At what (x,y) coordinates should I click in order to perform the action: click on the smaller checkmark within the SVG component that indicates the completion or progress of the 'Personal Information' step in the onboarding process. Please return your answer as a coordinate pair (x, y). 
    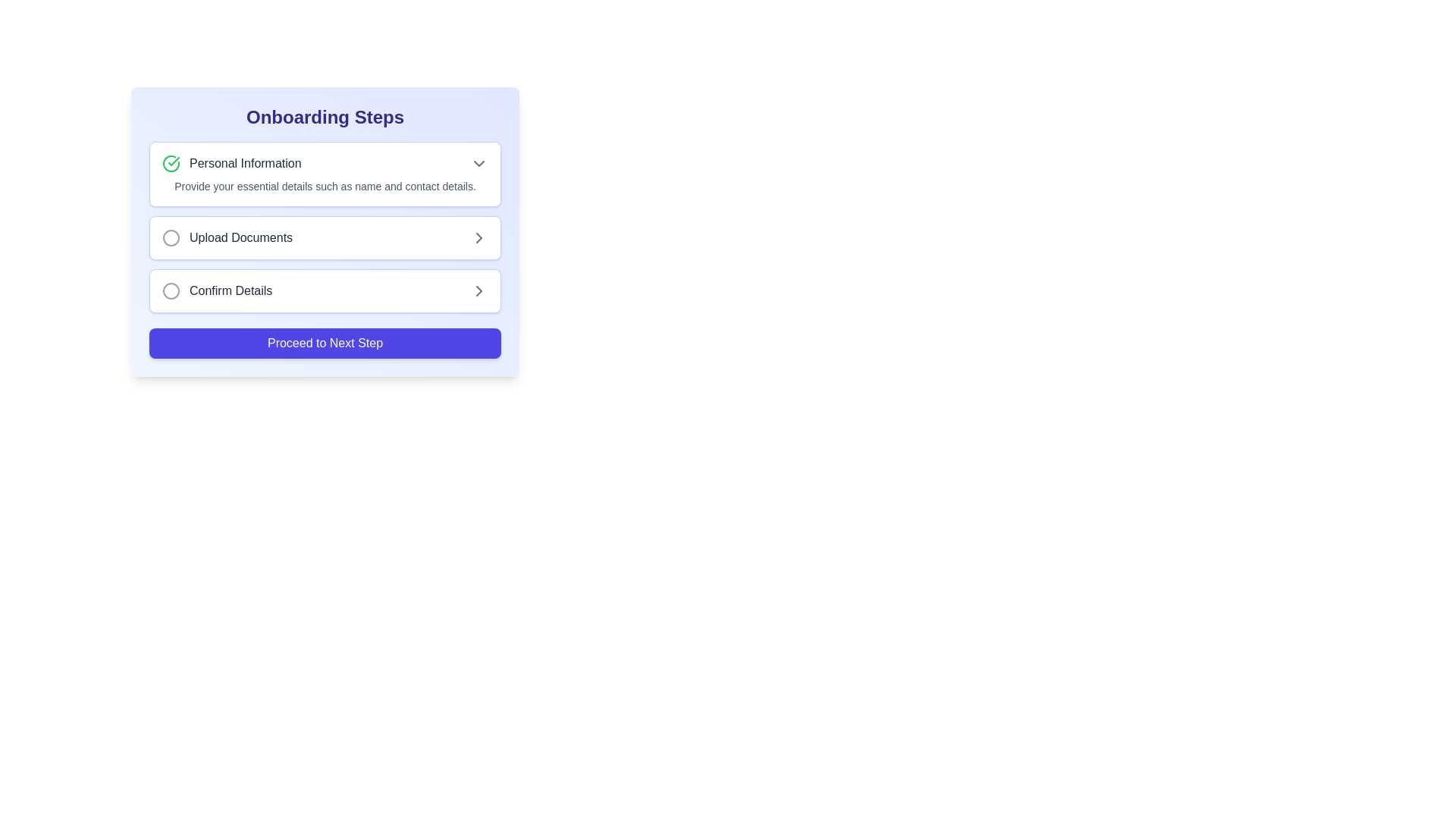
    Looking at the image, I should click on (174, 161).